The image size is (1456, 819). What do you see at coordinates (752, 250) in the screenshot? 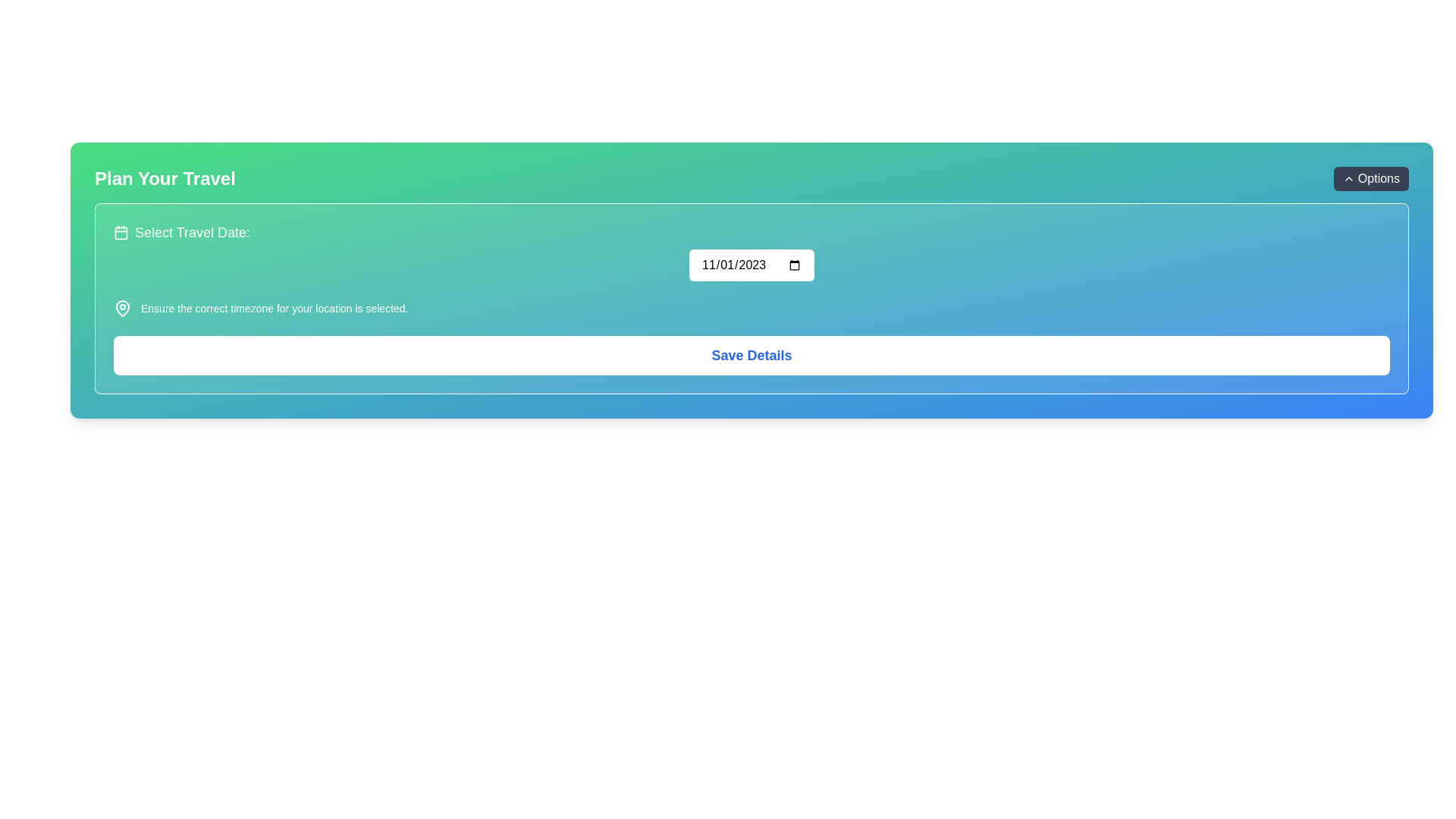
I see `a date from the calendar view of the date picker input field labeled 'Select Travel Date:' located in the upper portion of the 'Plan Your Travel' section` at bounding box center [752, 250].